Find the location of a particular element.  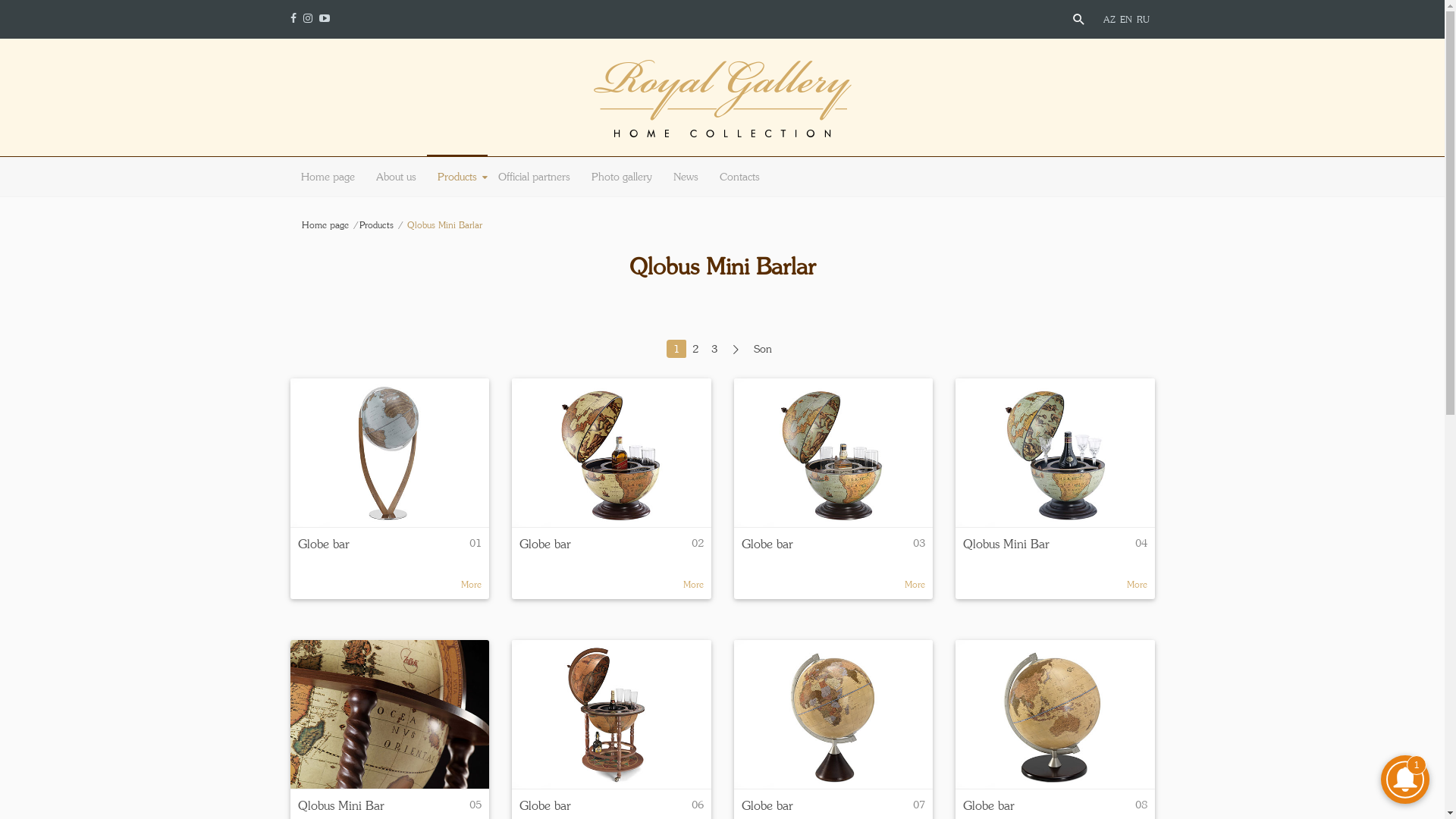

'News' is located at coordinates (685, 175).